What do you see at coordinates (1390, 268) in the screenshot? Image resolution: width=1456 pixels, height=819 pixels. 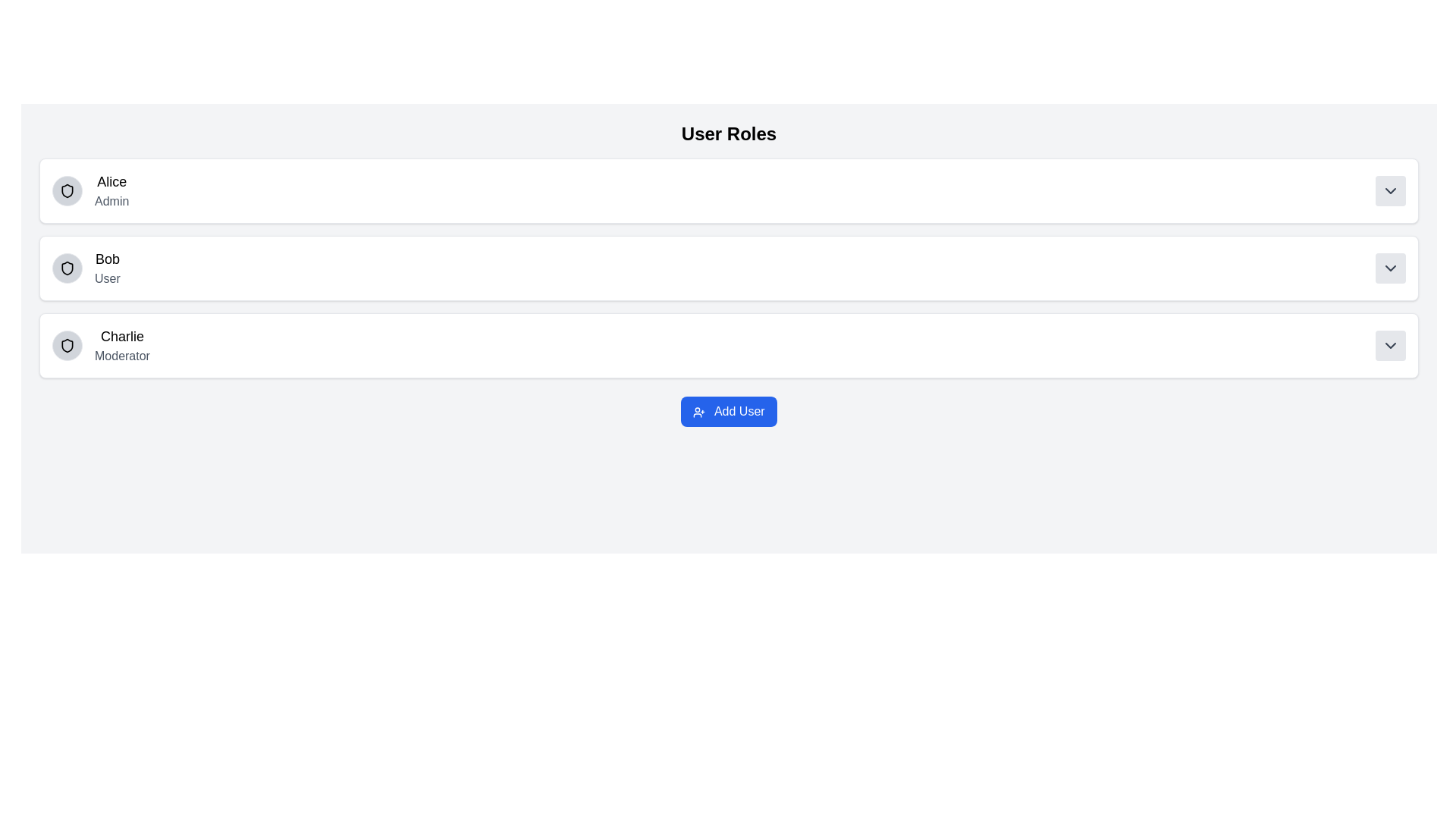 I see `the chevron icon located at the right end of the second user row corresponding to the user named 'Bob' with the role of 'User'` at bounding box center [1390, 268].